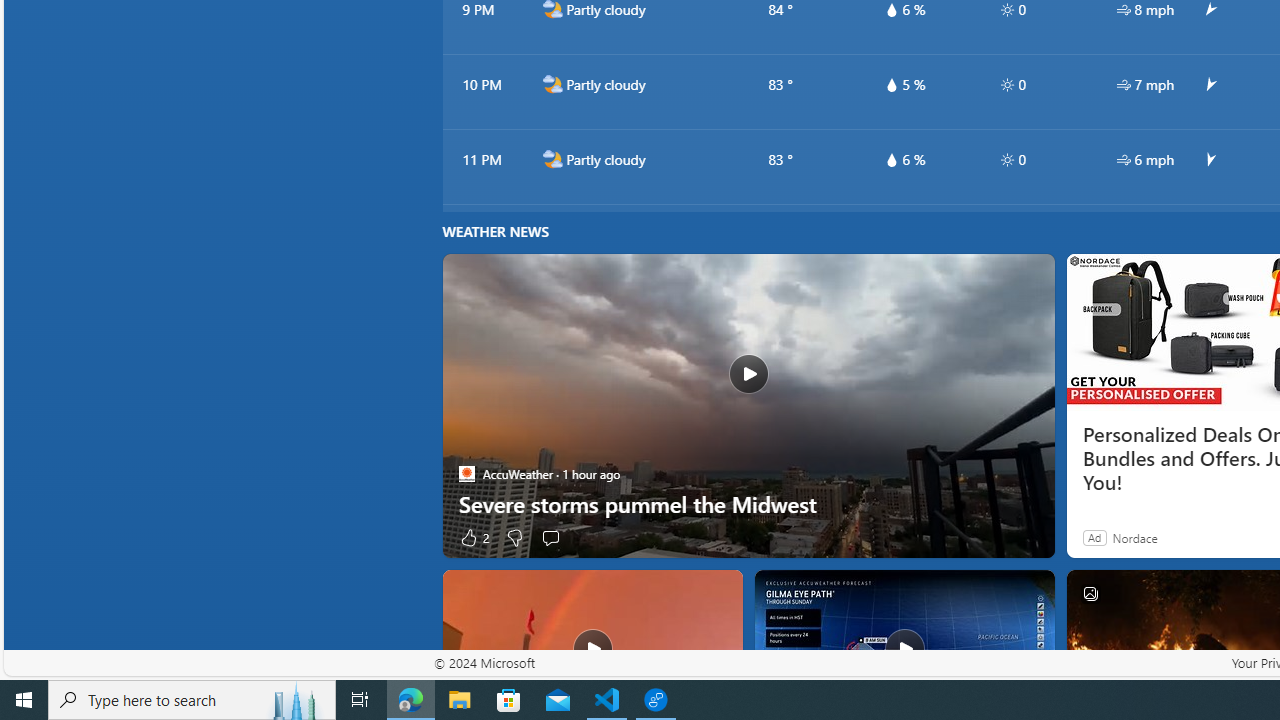 Image resolution: width=1280 pixels, height=720 pixels. What do you see at coordinates (1208, 159) in the screenshot?
I see `'common/arrow'` at bounding box center [1208, 159].